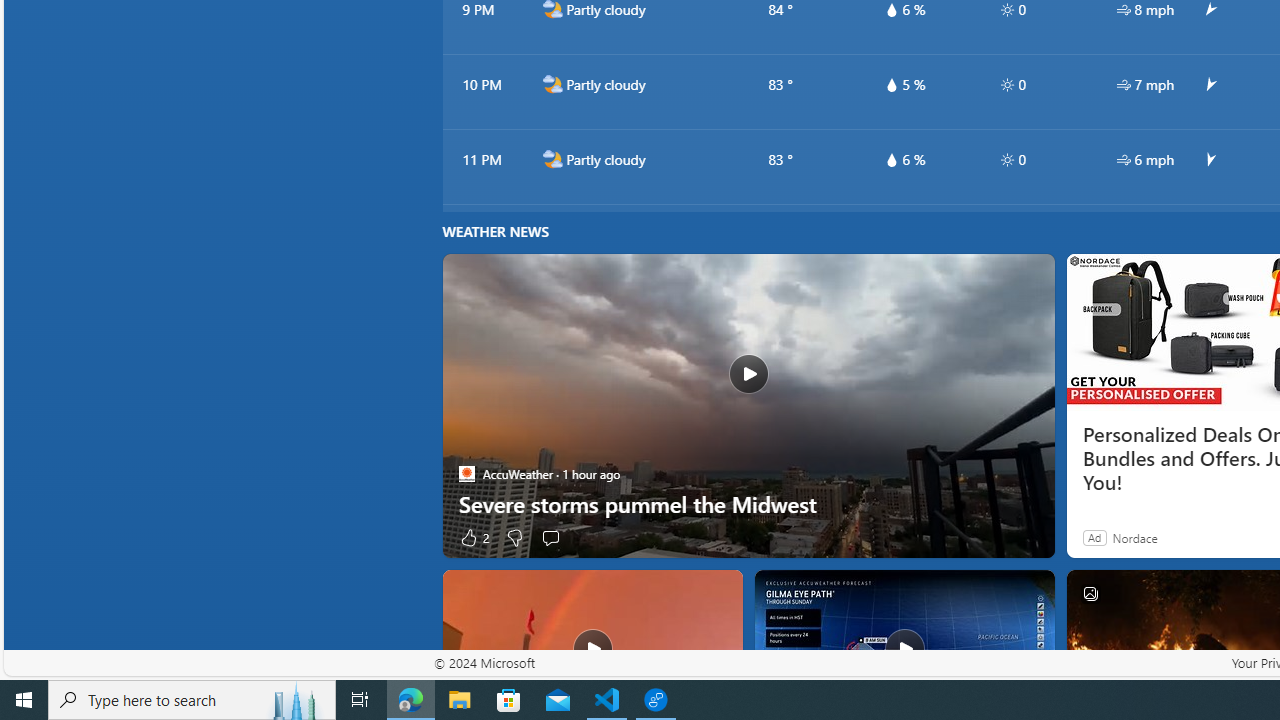 Image resolution: width=1280 pixels, height=720 pixels. What do you see at coordinates (1208, 159) in the screenshot?
I see `'common/arrow'` at bounding box center [1208, 159].